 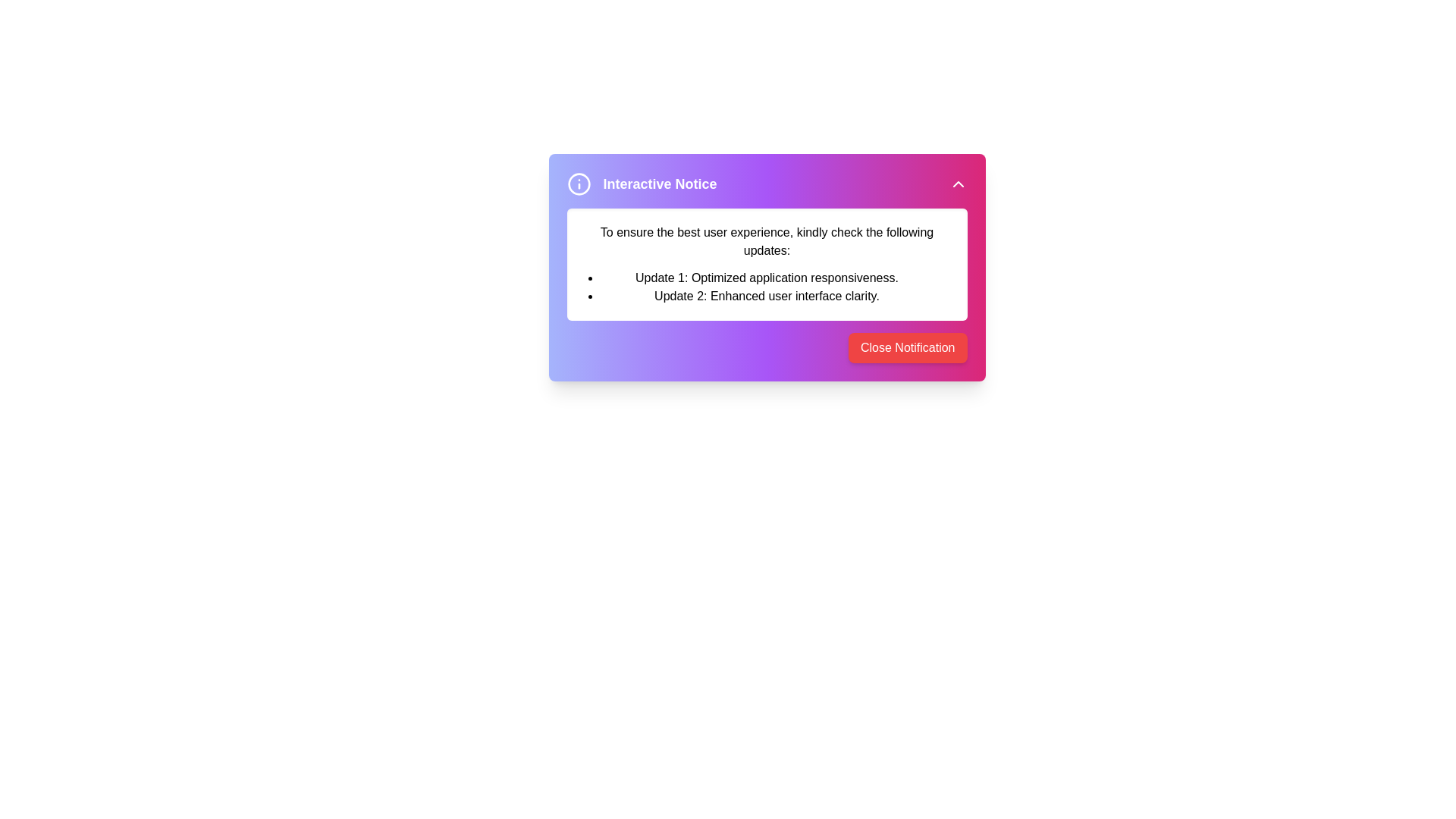 I want to click on arrow button at the top-right corner of the alert box to toggle the visibility of the alert details, so click(x=957, y=184).